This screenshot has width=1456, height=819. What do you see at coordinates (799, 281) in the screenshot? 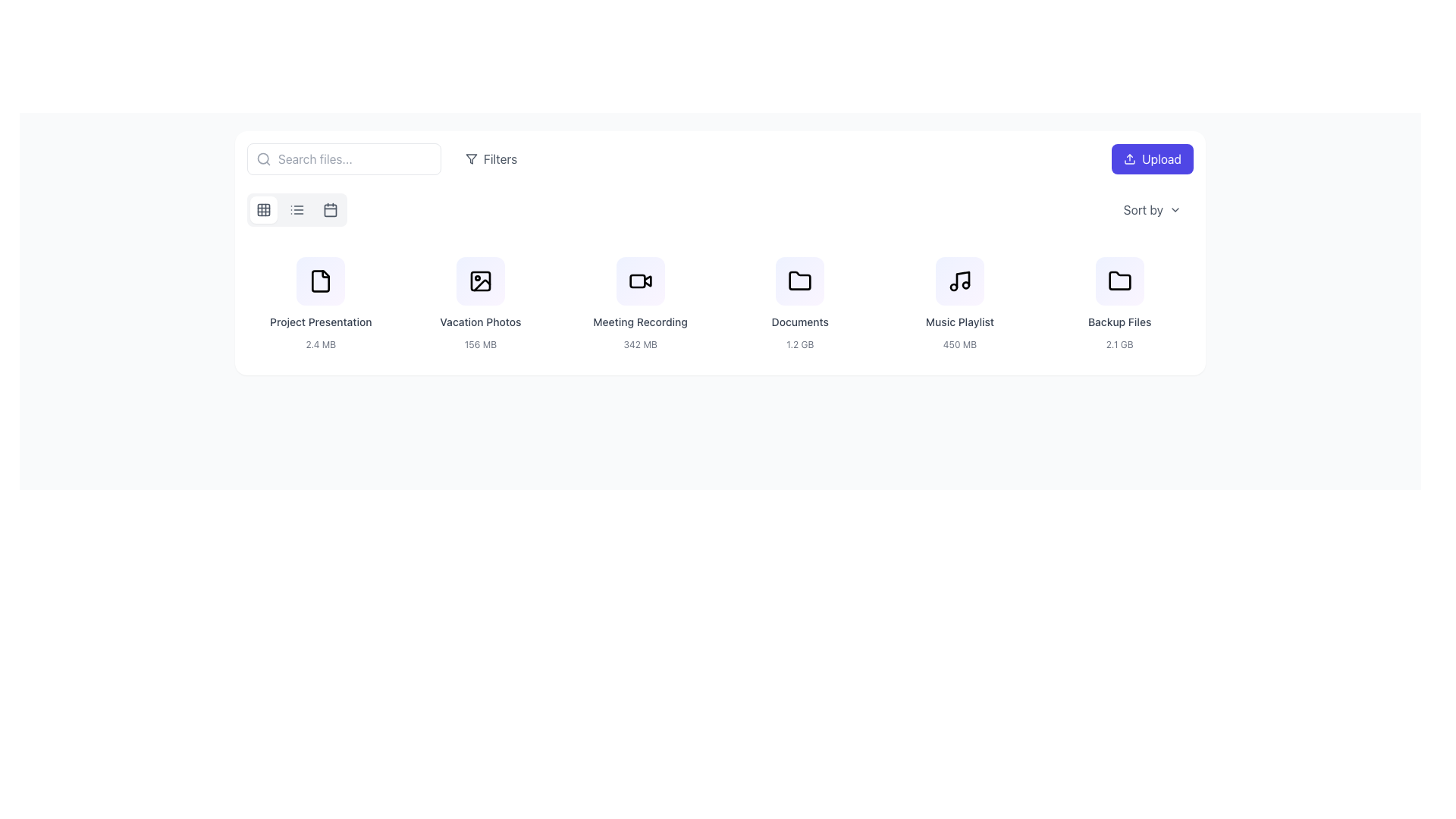
I see `the square icon with rounded corners representing a folder, located under the 'Documents' label` at bounding box center [799, 281].